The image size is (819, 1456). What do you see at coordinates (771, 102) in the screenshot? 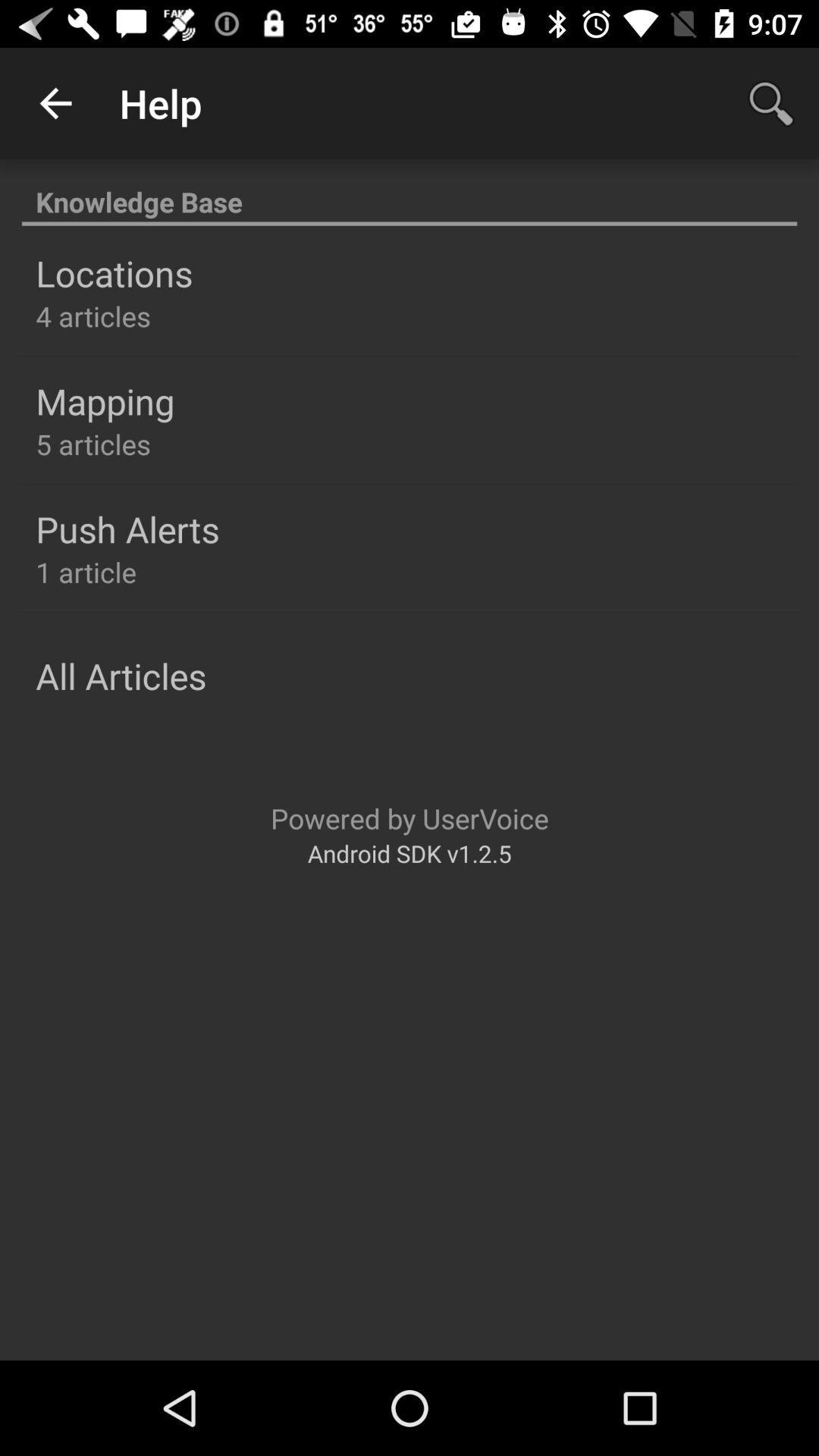
I see `the item next to the help icon` at bounding box center [771, 102].